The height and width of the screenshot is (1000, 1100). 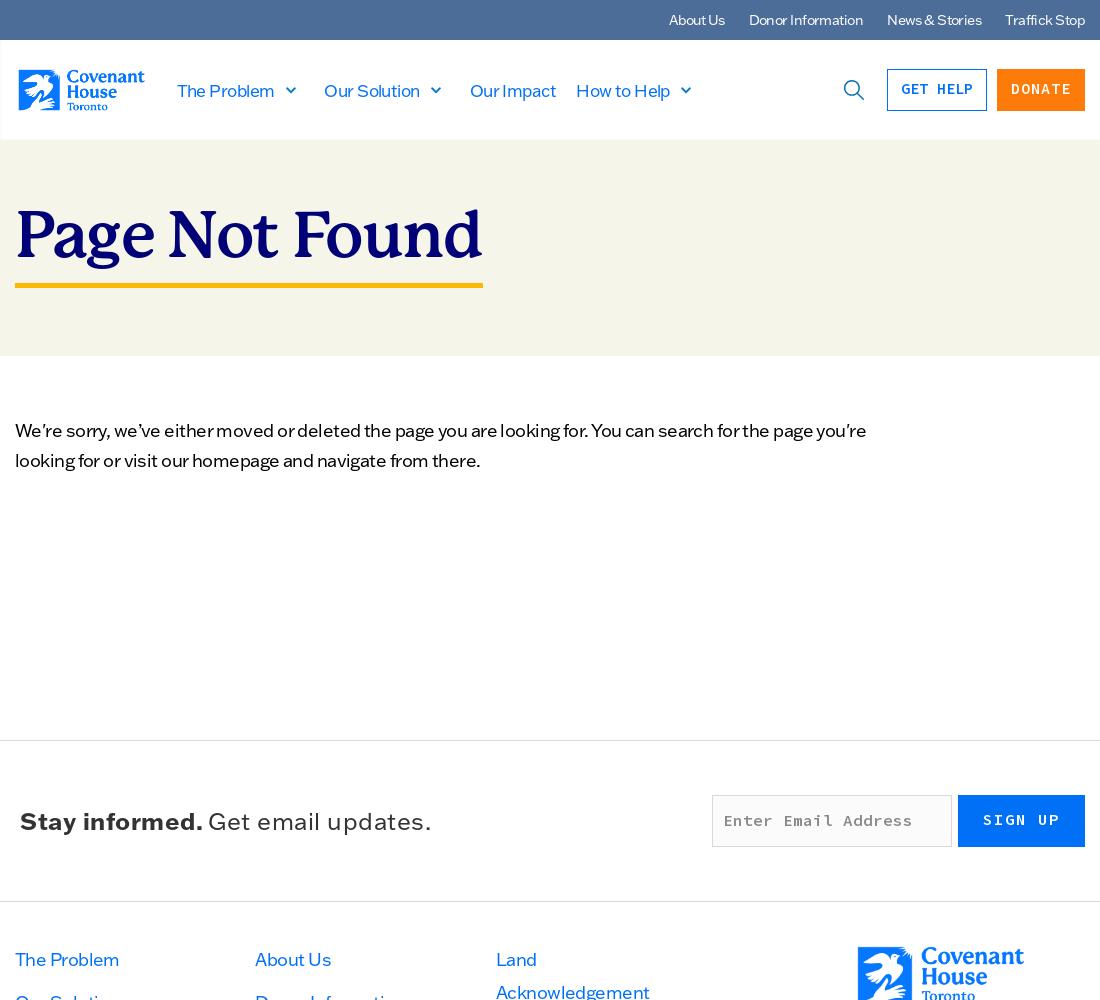 I want to click on 'Our Impact', so click(x=512, y=88).